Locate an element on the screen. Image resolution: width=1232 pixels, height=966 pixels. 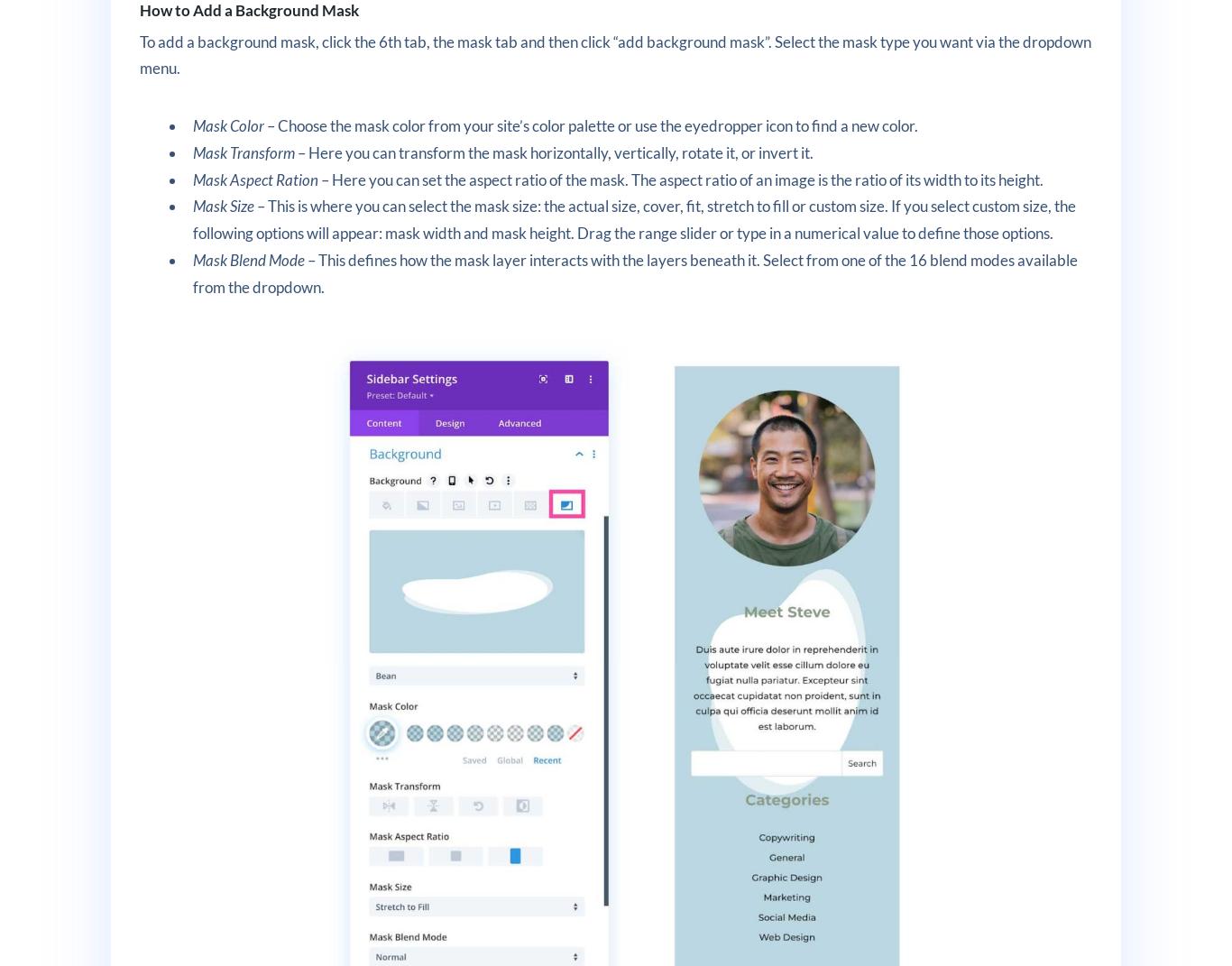
'Mask Size' is located at coordinates (192, 205).